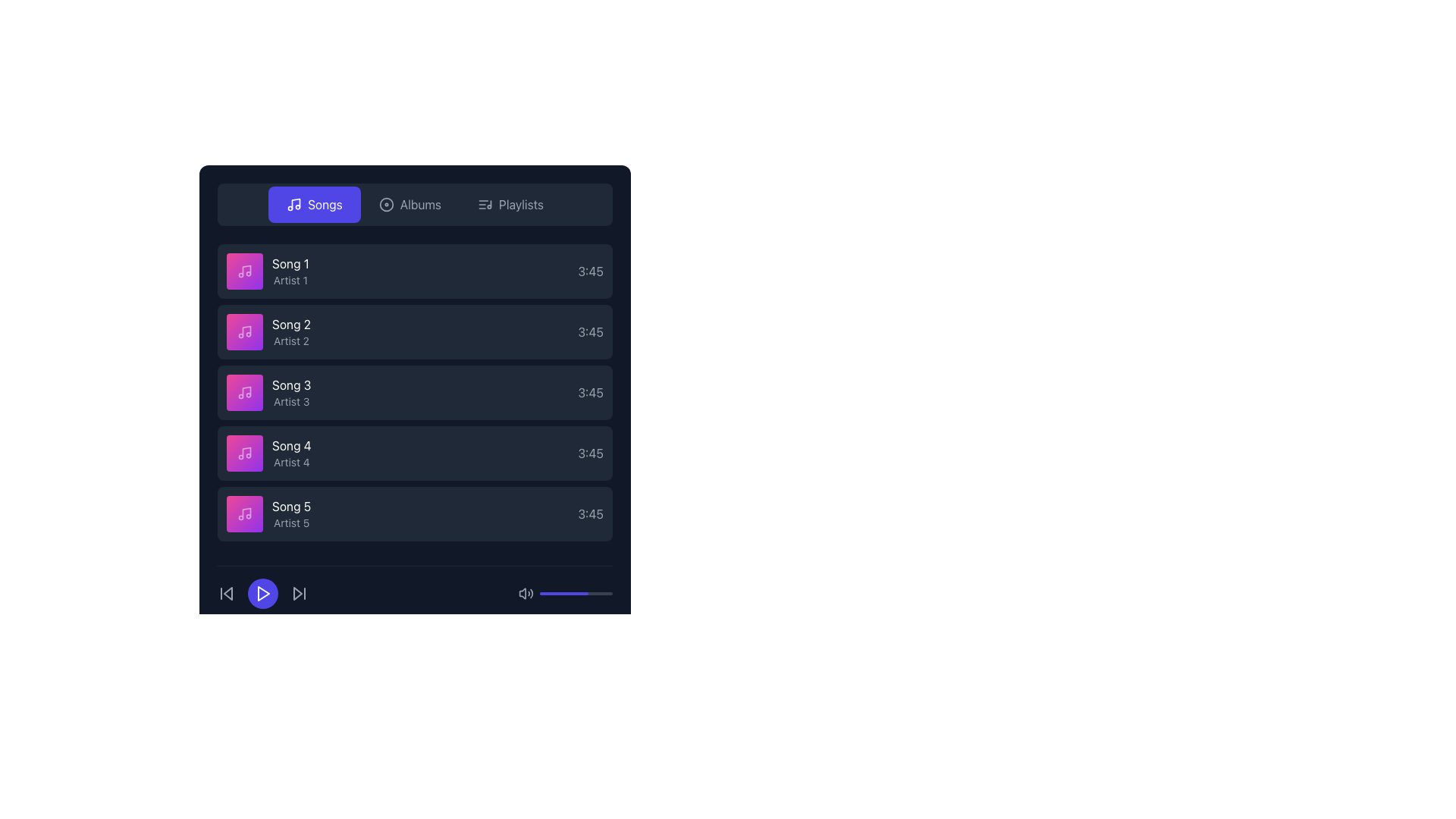  I want to click on the static text displaying '3:45' in gray font color, located in the rightmost section of the second item in the music playlist interface, so click(590, 331).